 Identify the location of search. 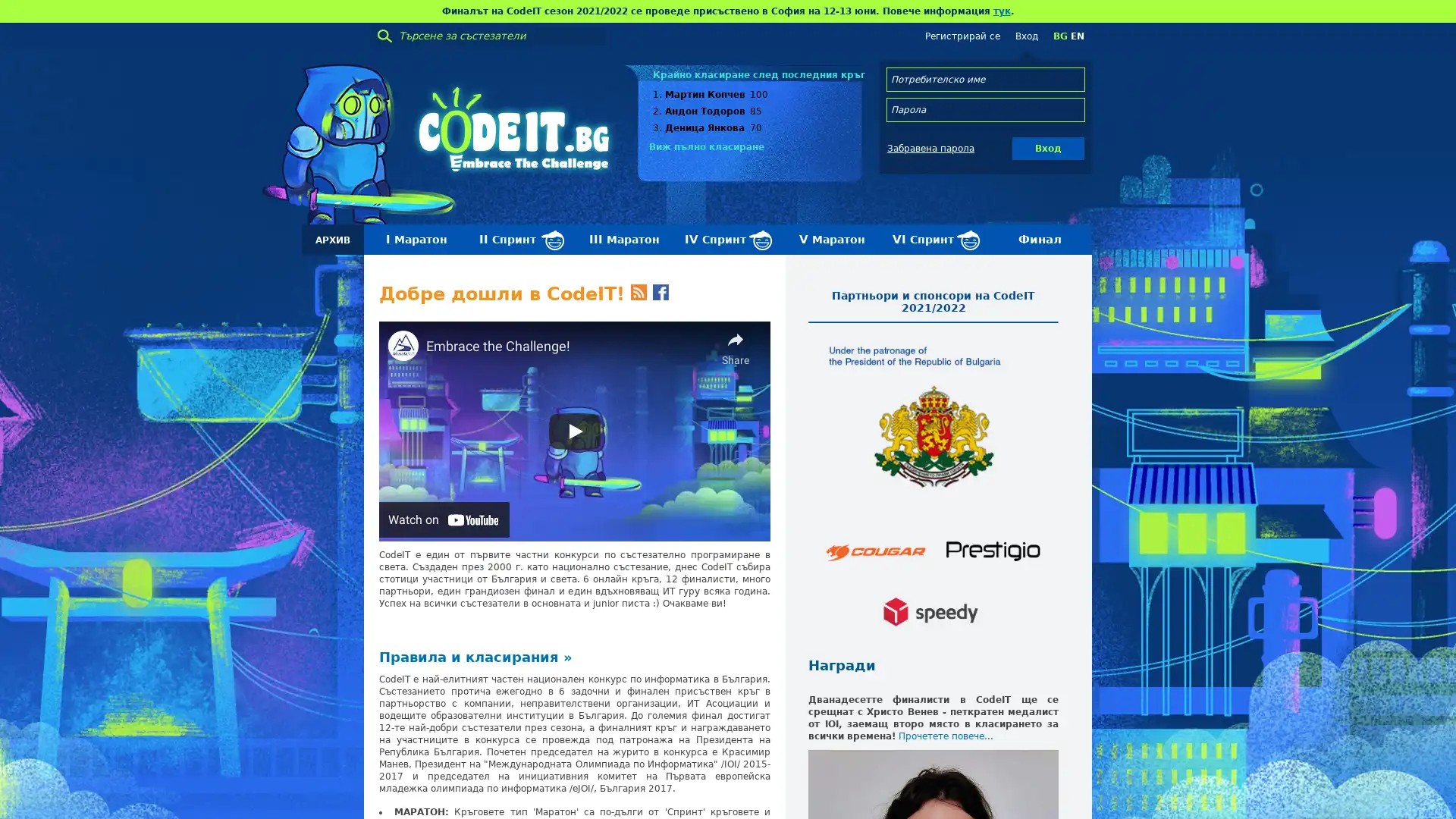
(384, 35).